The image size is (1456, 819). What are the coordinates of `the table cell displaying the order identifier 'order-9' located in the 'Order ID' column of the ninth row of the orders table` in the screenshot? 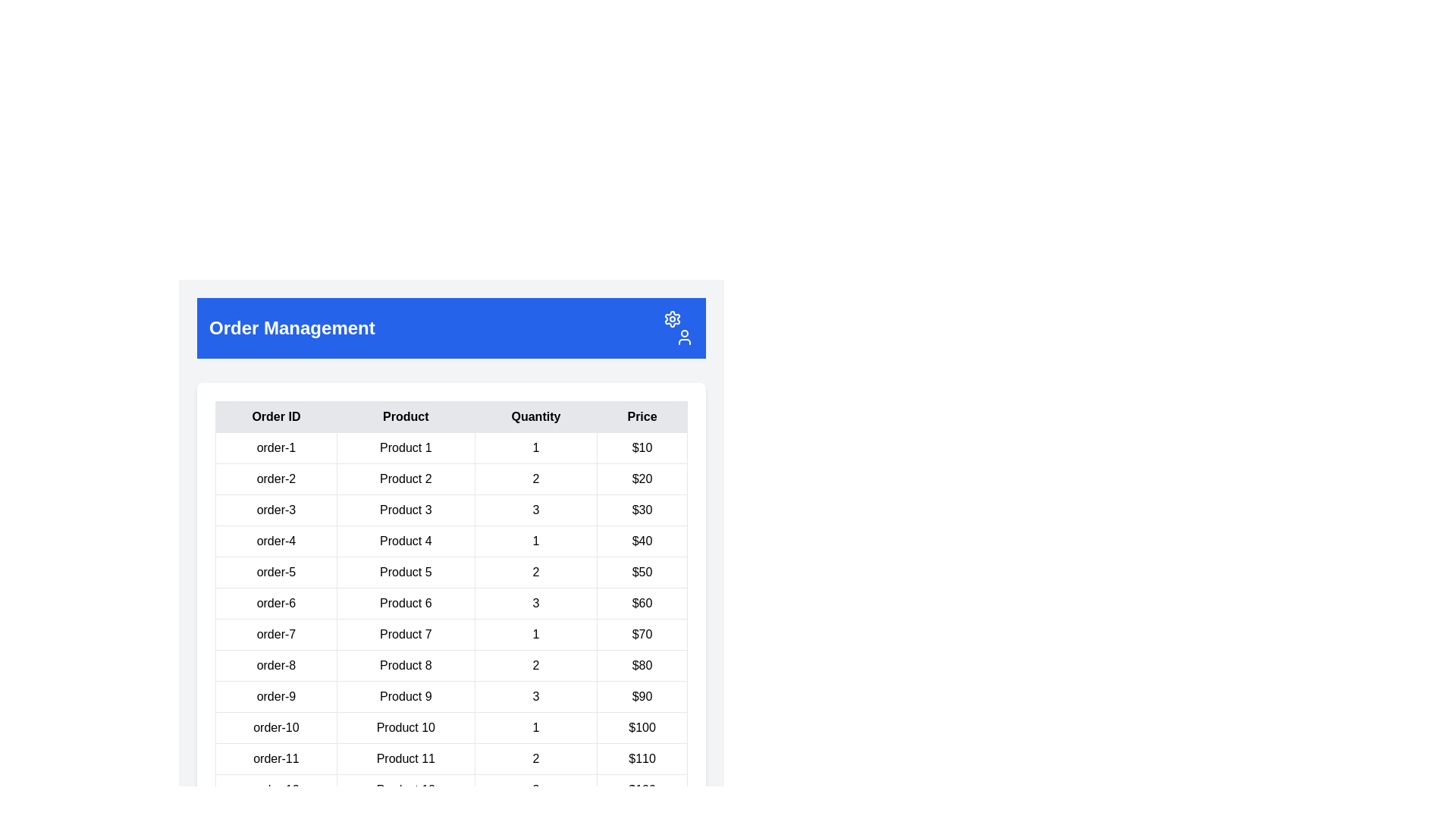 It's located at (276, 696).